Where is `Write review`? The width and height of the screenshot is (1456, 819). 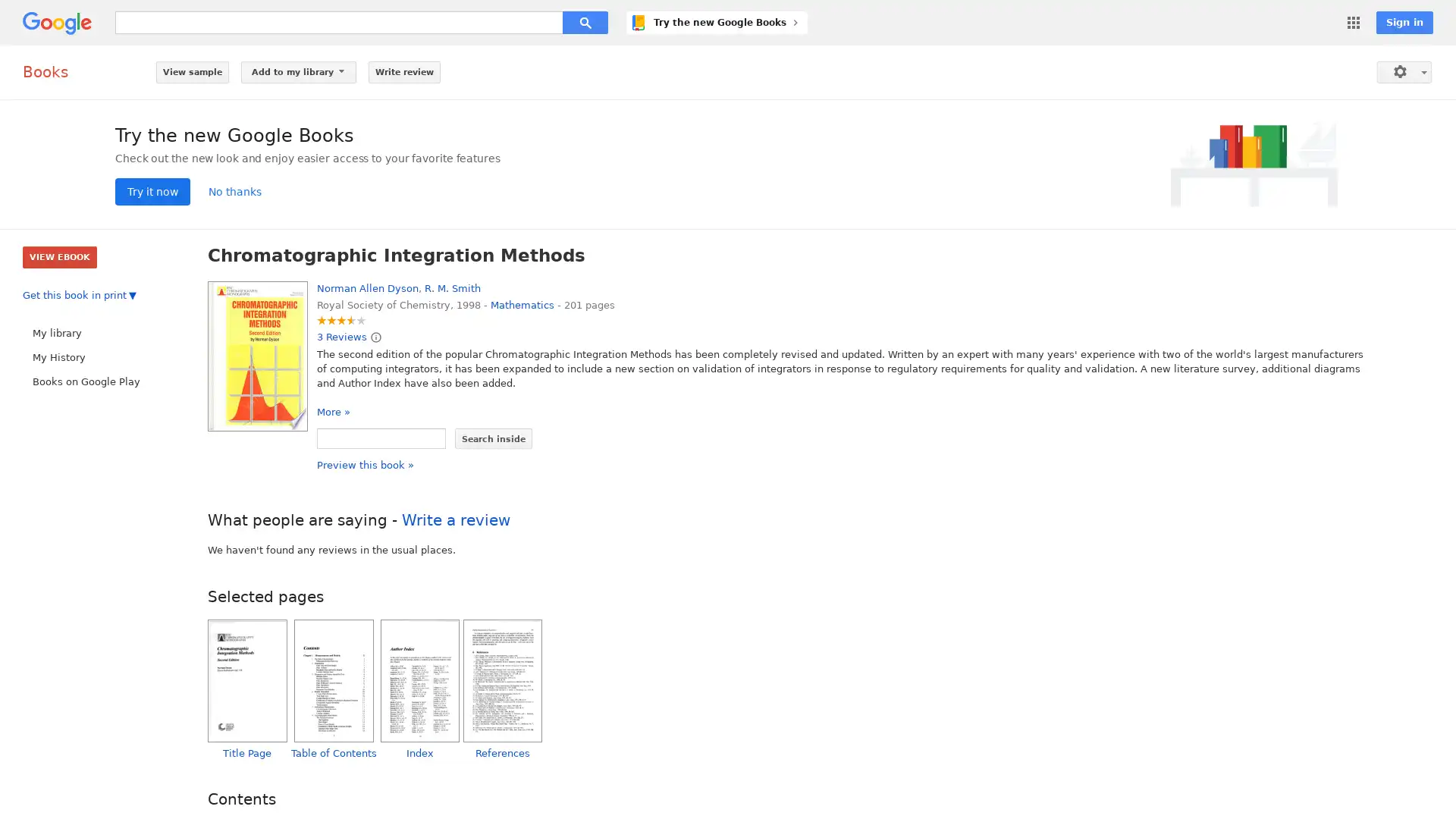 Write review is located at coordinates (404, 72).